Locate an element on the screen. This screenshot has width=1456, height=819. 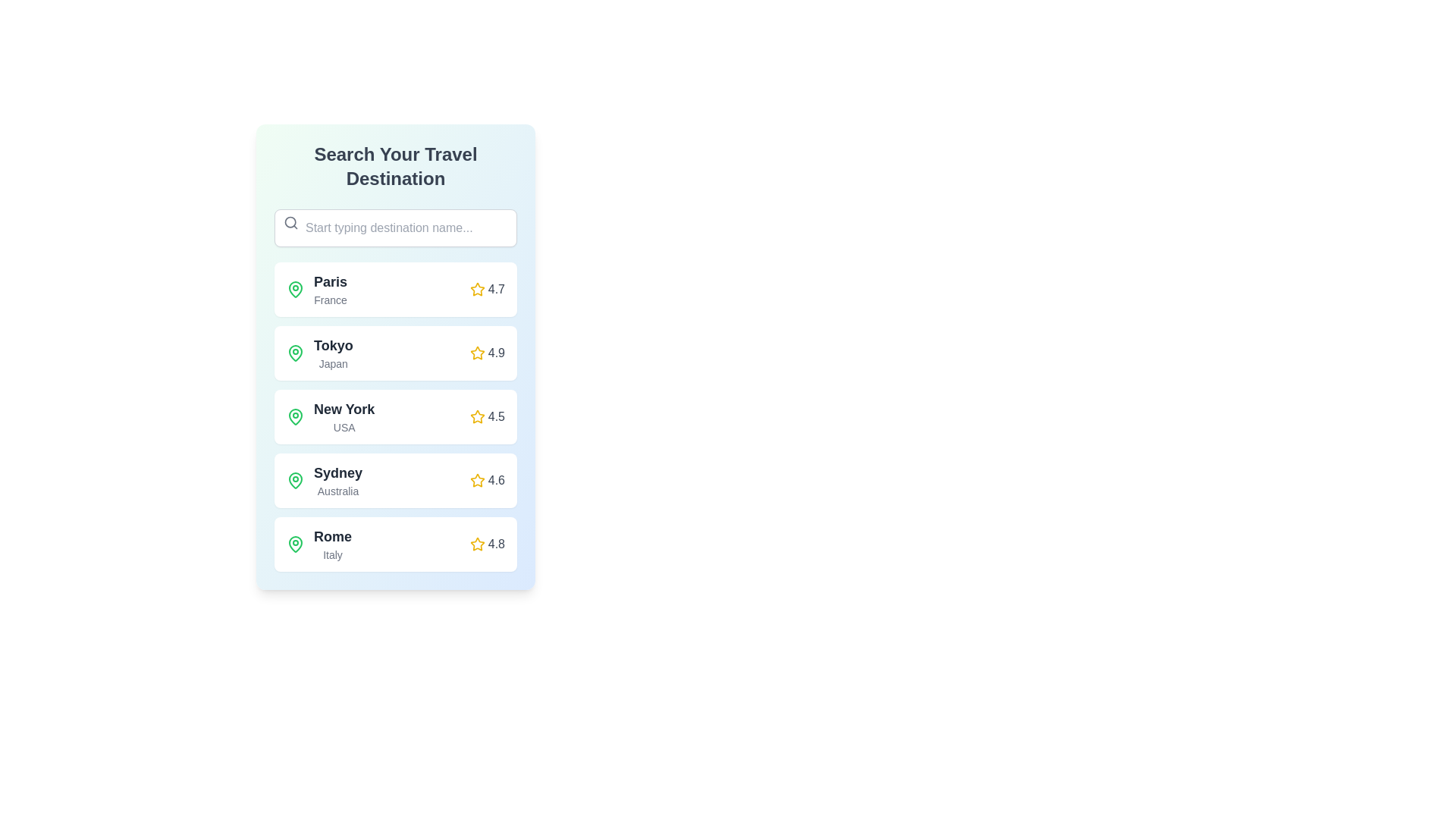
the text block displaying 'Sydney' and 'Australia', which is the fourth entry in the list of travel destinations within the card panel is located at coordinates (337, 480).